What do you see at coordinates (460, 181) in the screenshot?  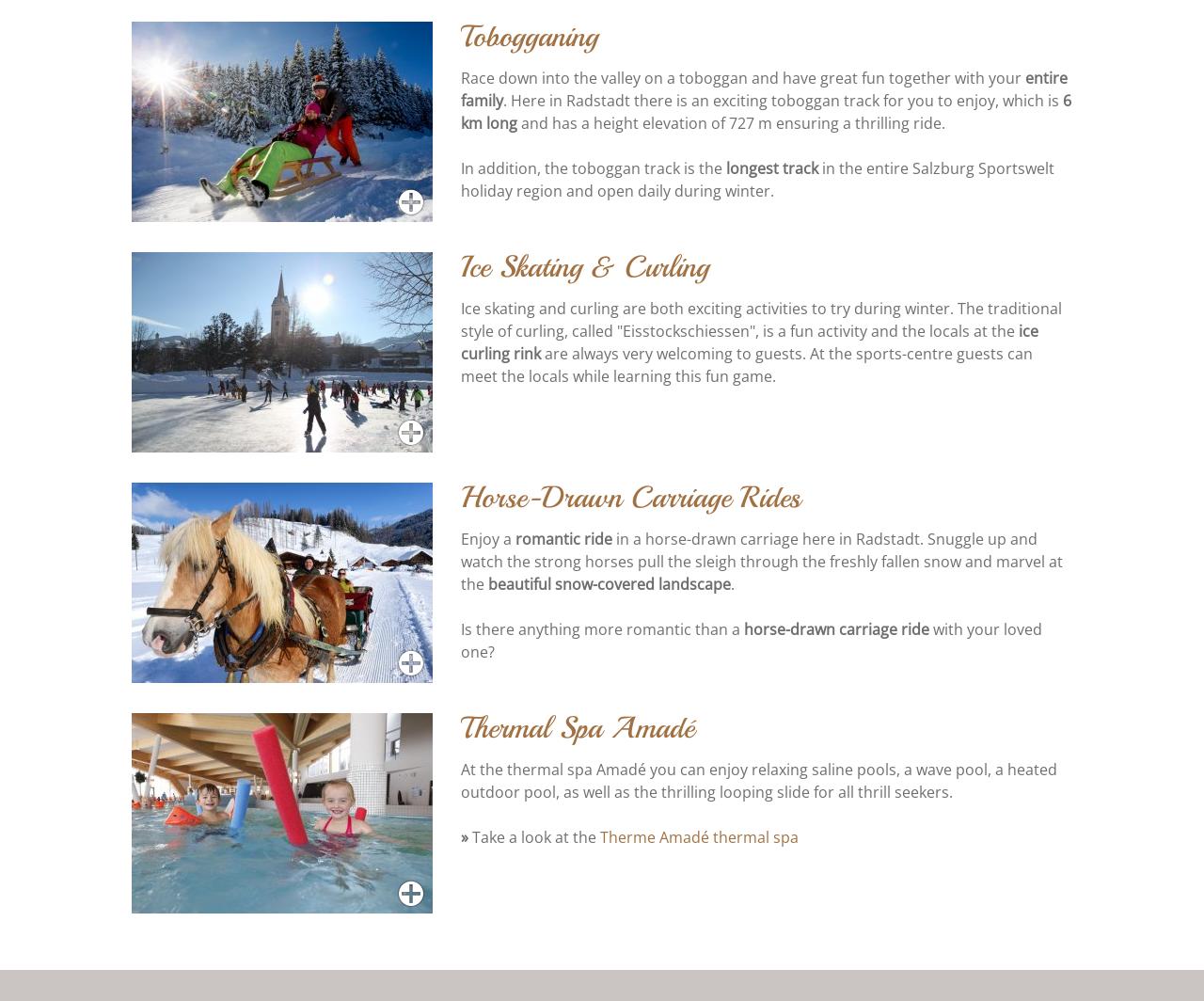 I see `'in the entire Salzburg Sportswelt holiday region and open daily during winter.'` at bounding box center [460, 181].